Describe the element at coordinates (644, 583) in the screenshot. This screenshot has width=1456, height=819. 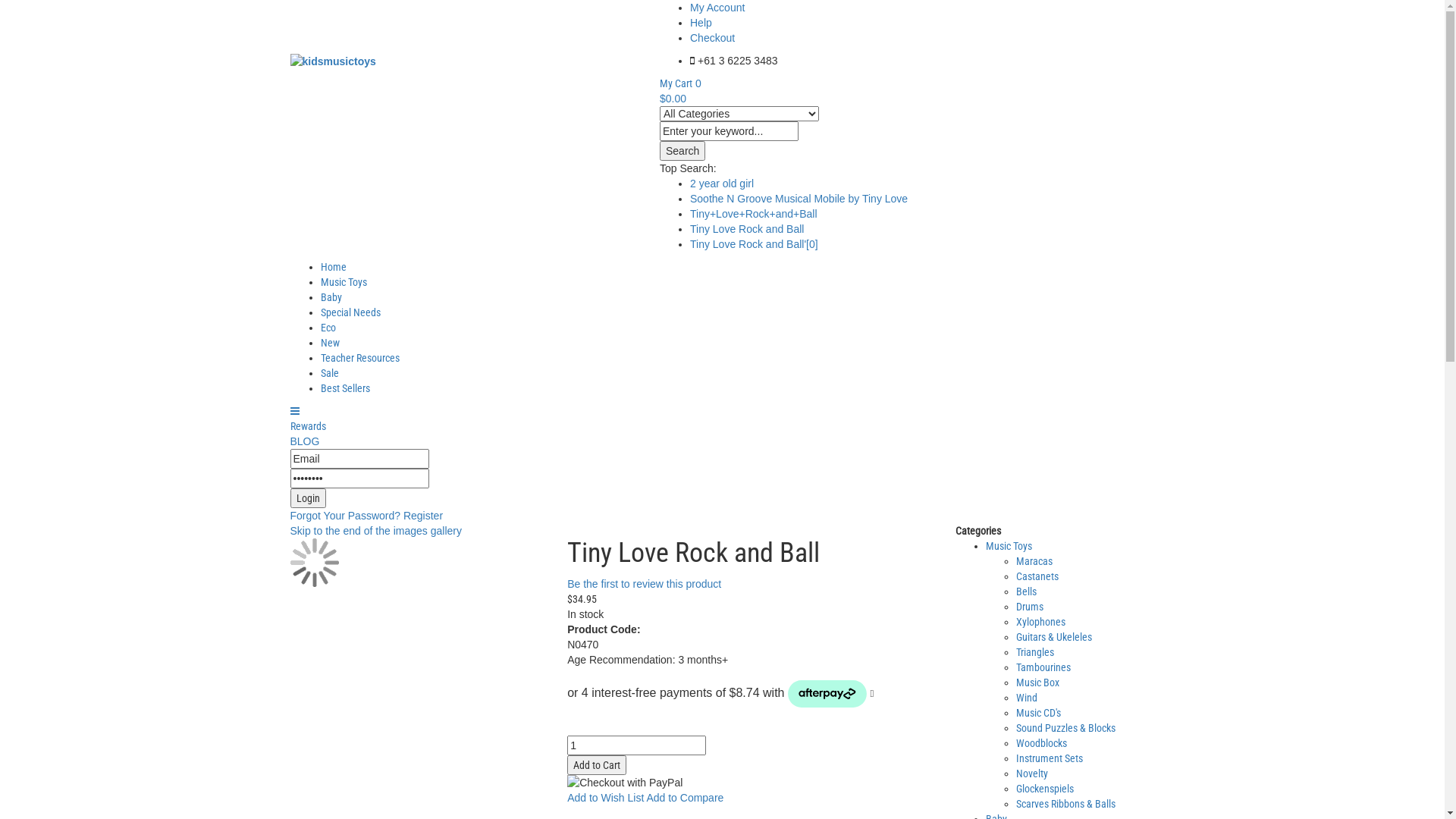
I see `'Be the first to review this product'` at that location.